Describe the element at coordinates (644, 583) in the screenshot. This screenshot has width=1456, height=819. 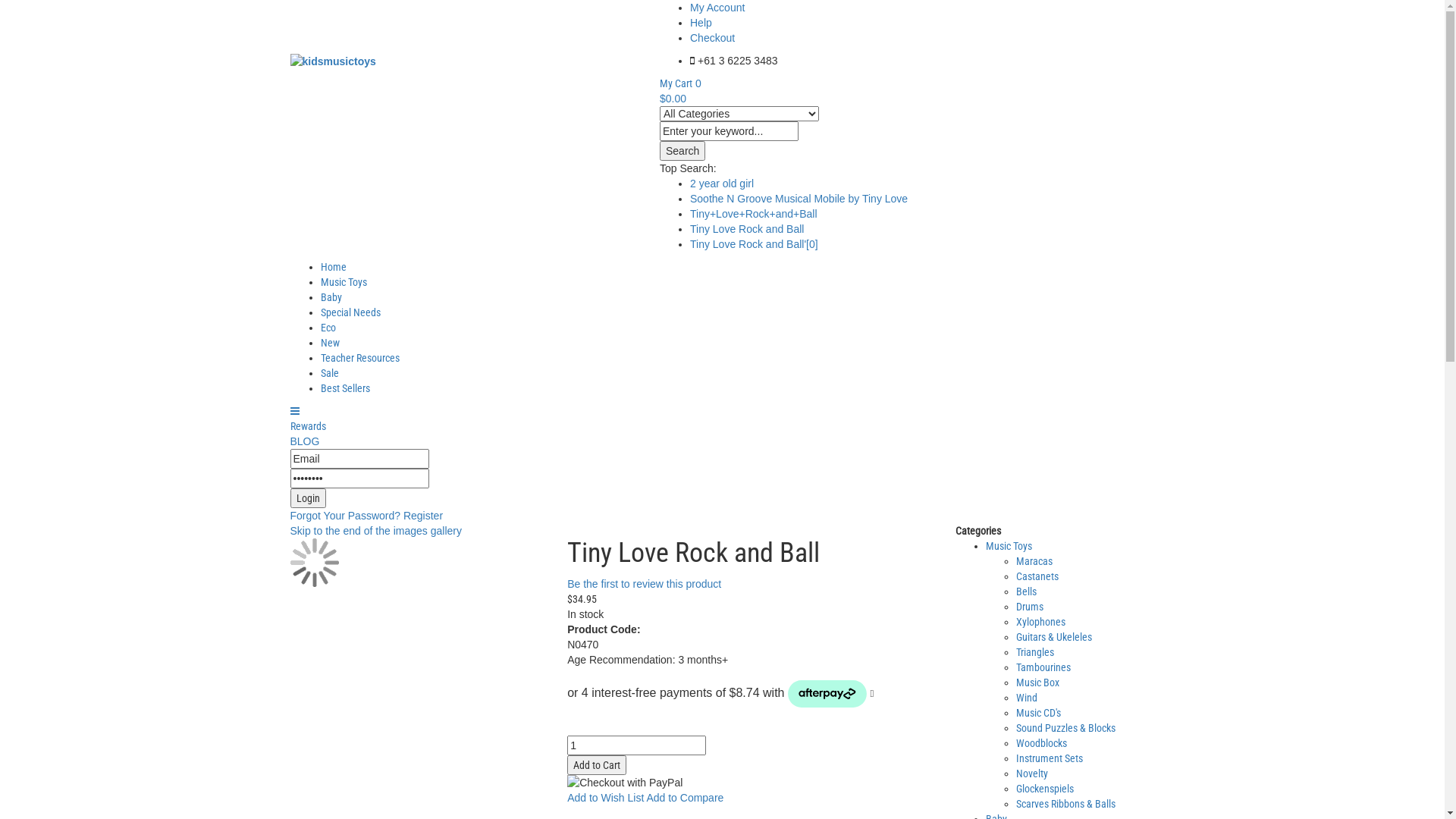
I see `'Be the first to review this product'` at that location.